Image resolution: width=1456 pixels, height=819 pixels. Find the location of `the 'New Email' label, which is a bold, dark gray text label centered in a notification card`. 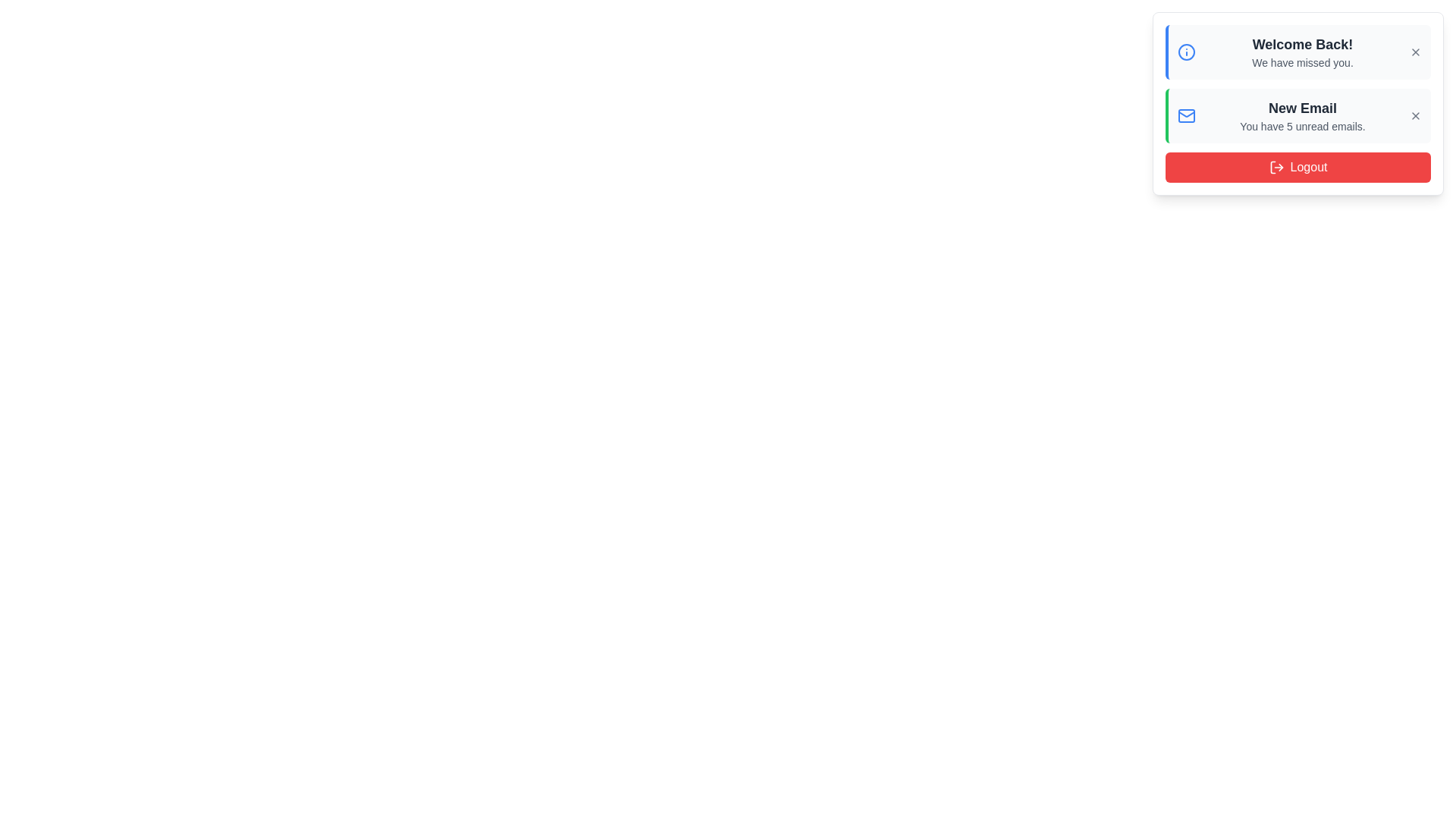

the 'New Email' label, which is a bold, dark gray text label centered in a notification card is located at coordinates (1302, 107).